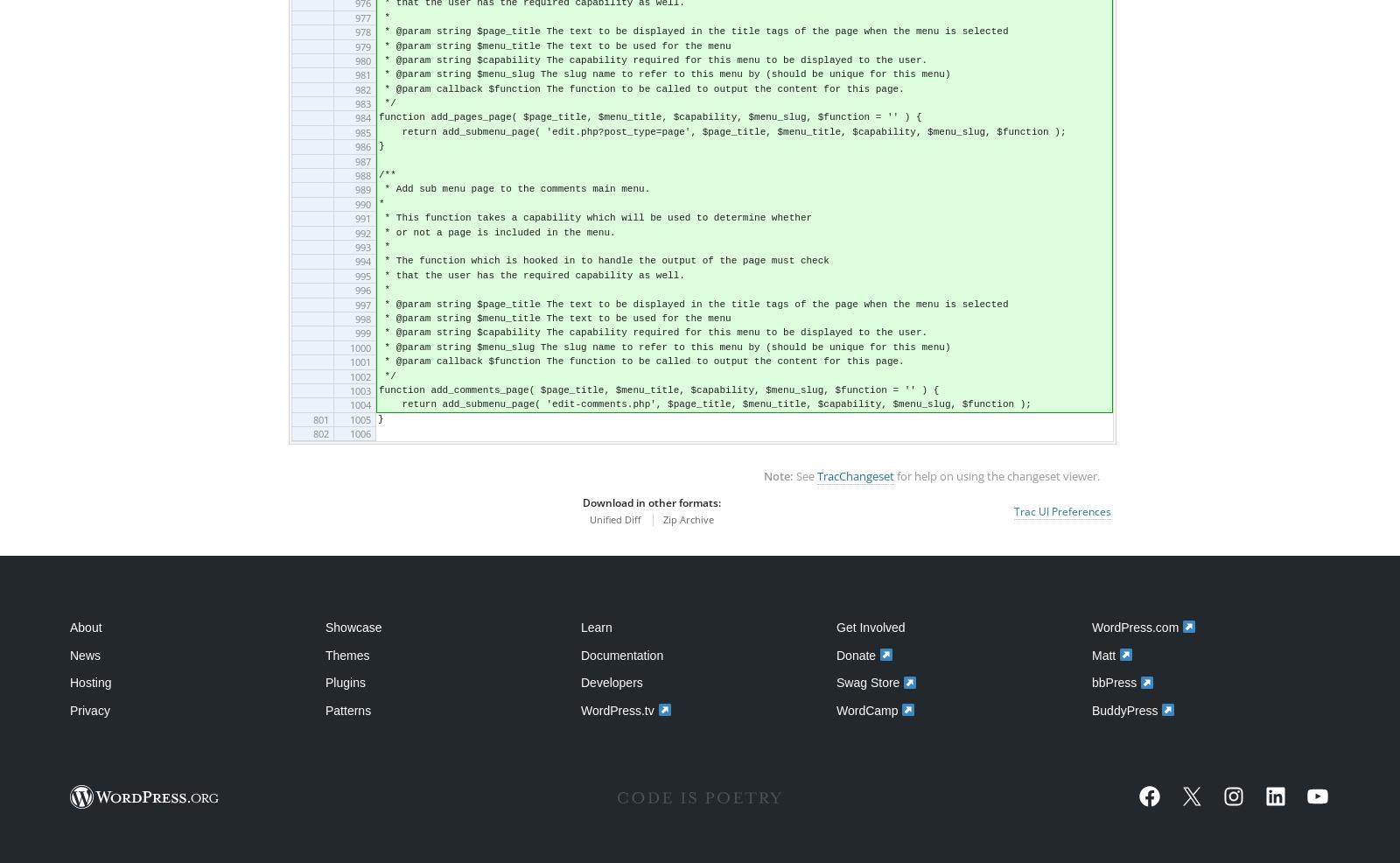 The height and width of the screenshot is (863, 1400). I want to click on '* that the user has the required capability as well.', so click(531, 275).